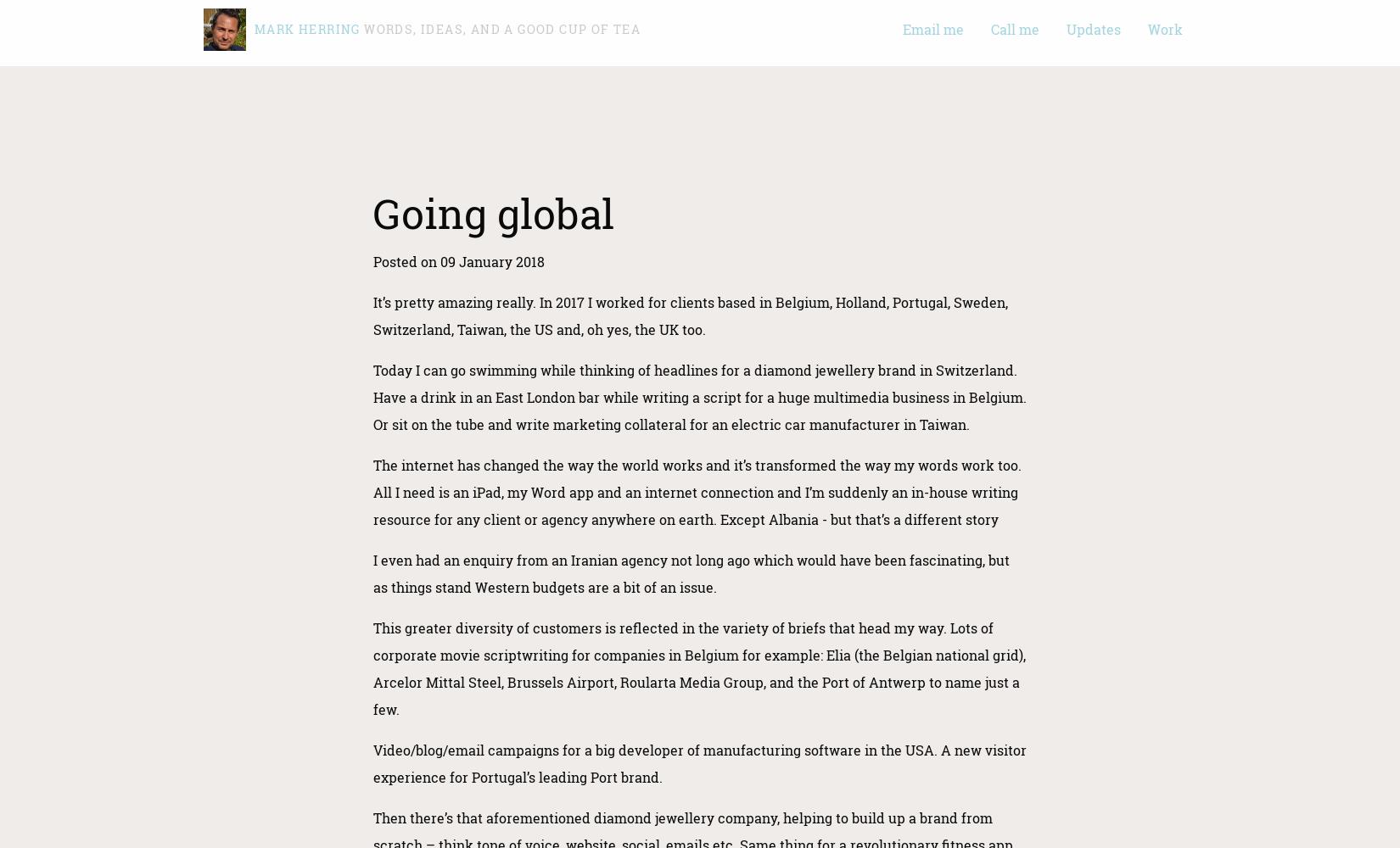  Describe the element at coordinates (690, 573) in the screenshot. I see `'I even had an enquiry from an Iranian agency not long ago which would have been fascinating, but as things stand Western budgets are a bit of an issue.'` at that location.